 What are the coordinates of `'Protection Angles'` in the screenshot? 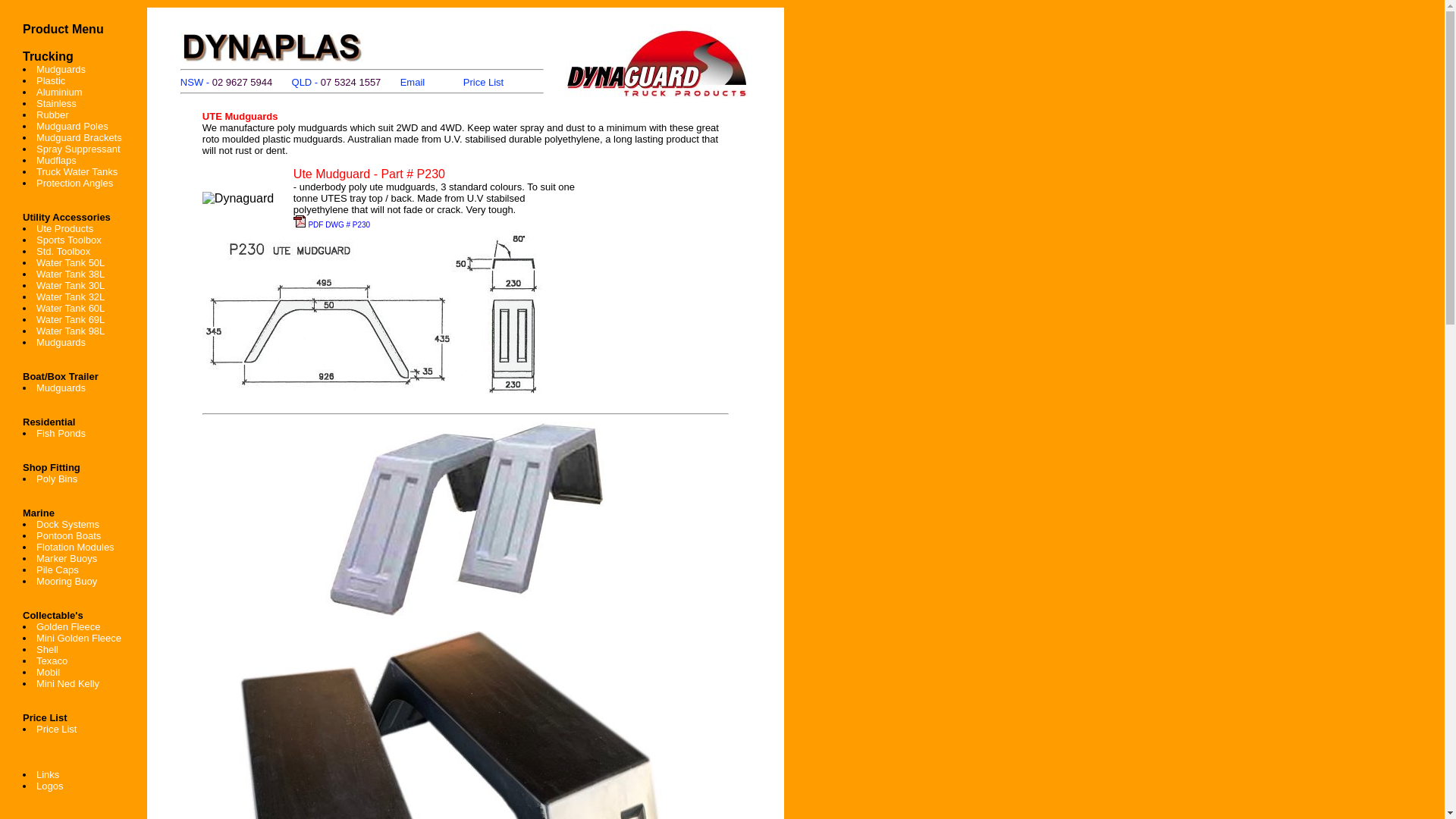 It's located at (74, 182).